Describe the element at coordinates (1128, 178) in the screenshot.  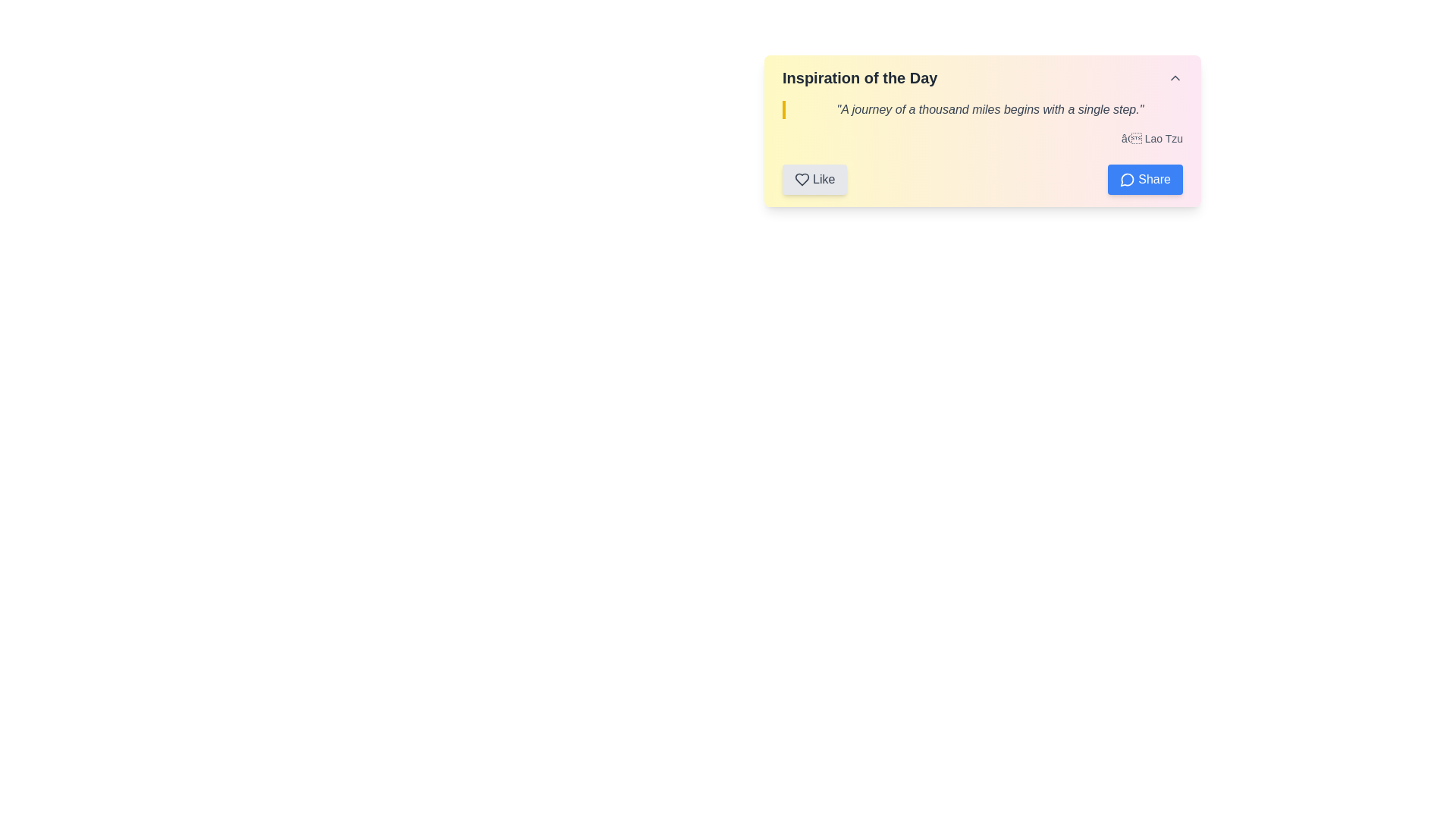
I see `the 'Share' icon located to the left of the text within the 'Share' button at the bottom-right corner of the card element` at that location.